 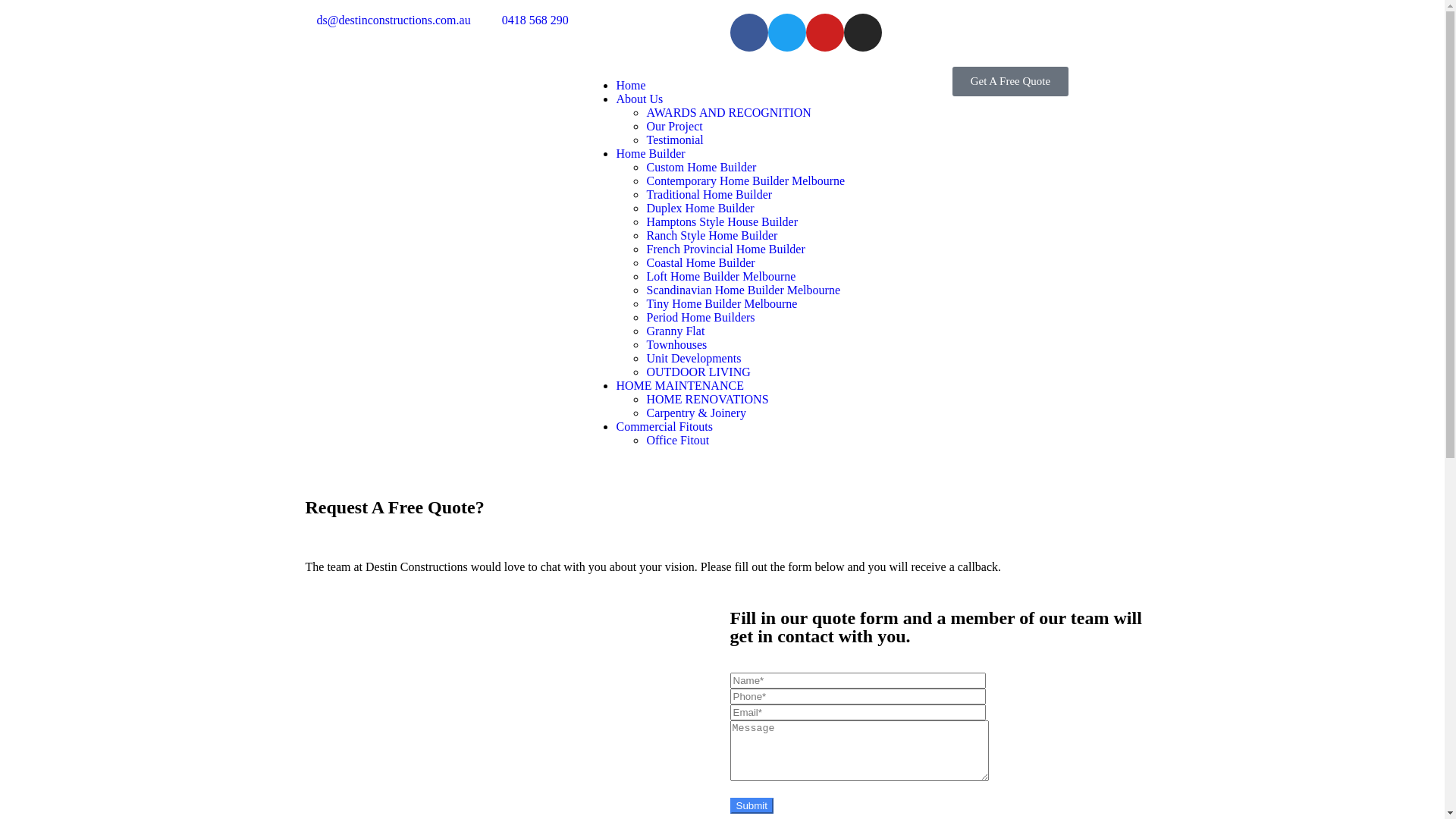 What do you see at coordinates (645, 344) in the screenshot?
I see `'Townhouses'` at bounding box center [645, 344].